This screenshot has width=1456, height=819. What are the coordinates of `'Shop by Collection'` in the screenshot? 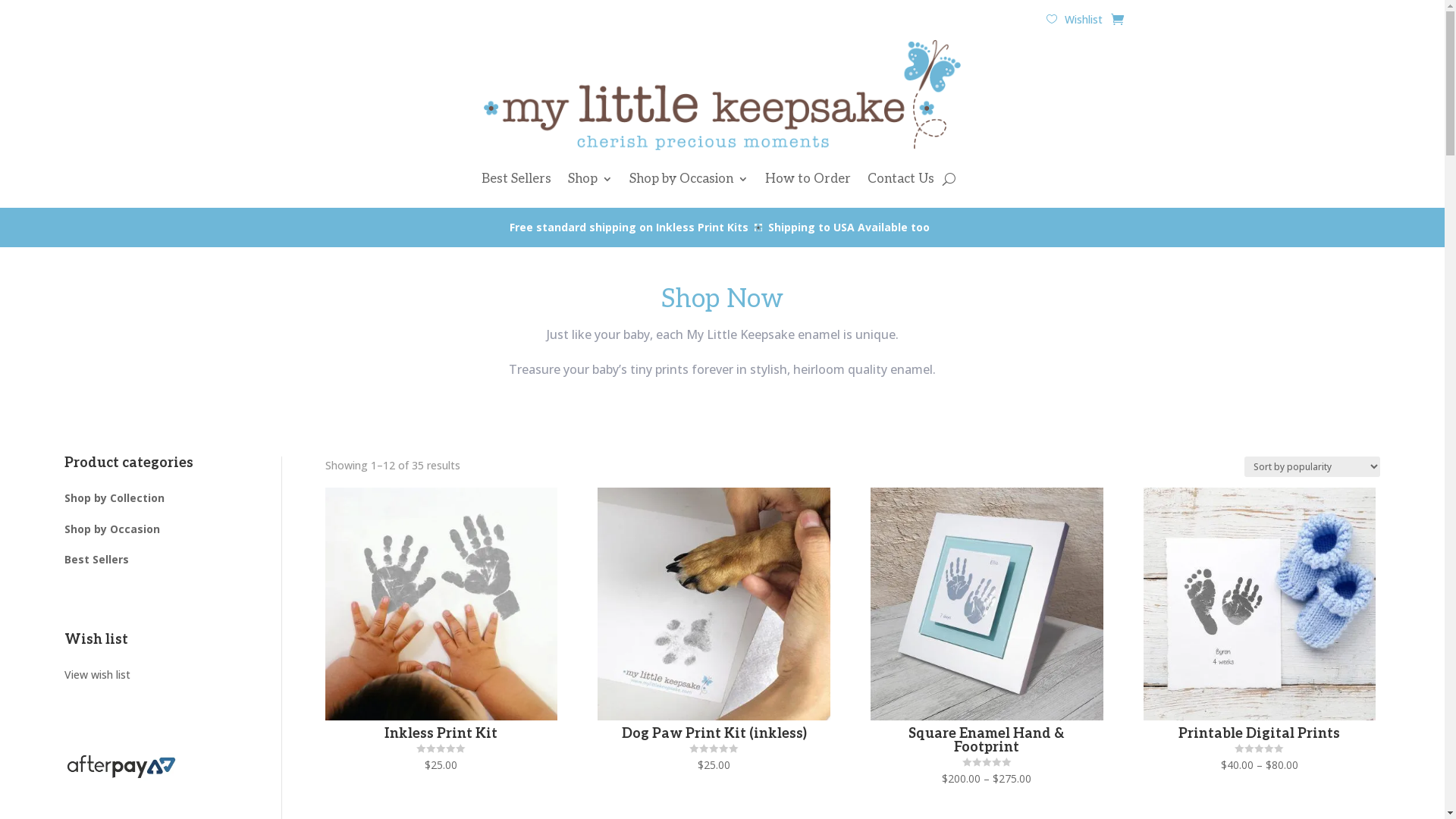 It's located at (113, 497).